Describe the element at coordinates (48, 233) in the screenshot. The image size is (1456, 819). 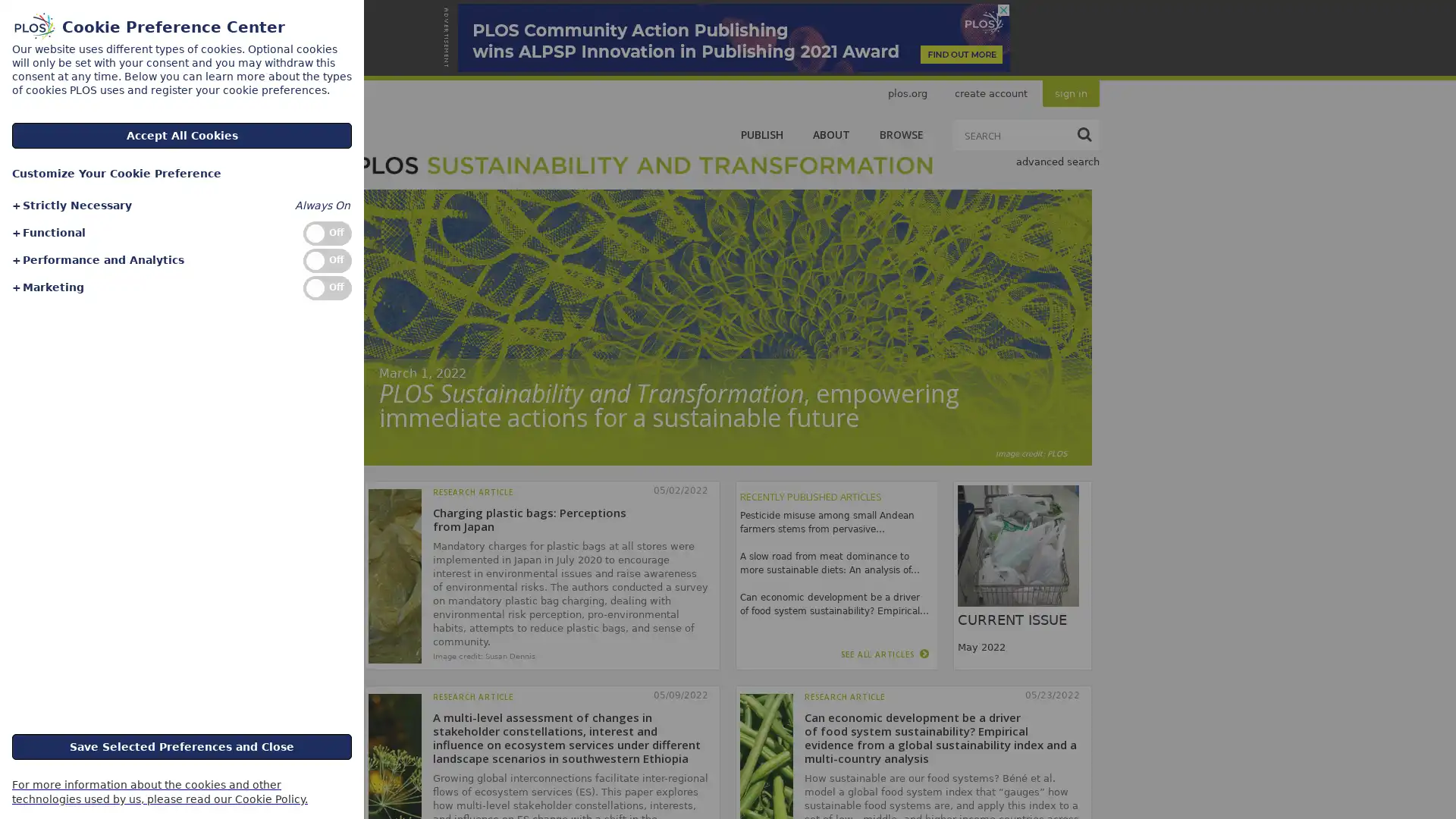
I see `Toggle explanation of Functional Cookies.` at that location.